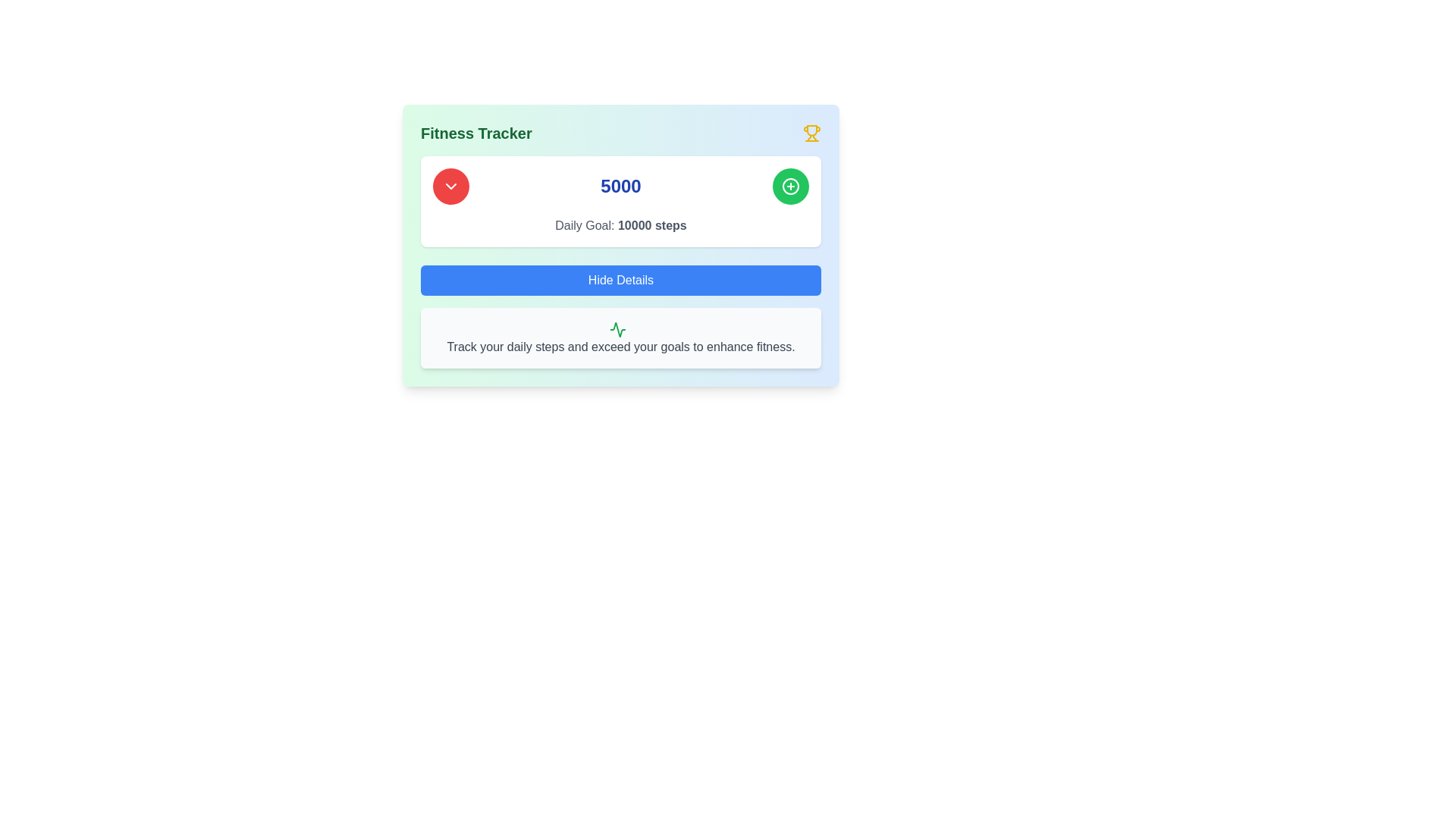 This screenshot has width=1456, height=819. Describe the element at coordinates (621, 186) in the screenshot. I see `displayed numeric value of '5000' from the bold, blue text centrally aligned within the fitness tracker widget` at that location.